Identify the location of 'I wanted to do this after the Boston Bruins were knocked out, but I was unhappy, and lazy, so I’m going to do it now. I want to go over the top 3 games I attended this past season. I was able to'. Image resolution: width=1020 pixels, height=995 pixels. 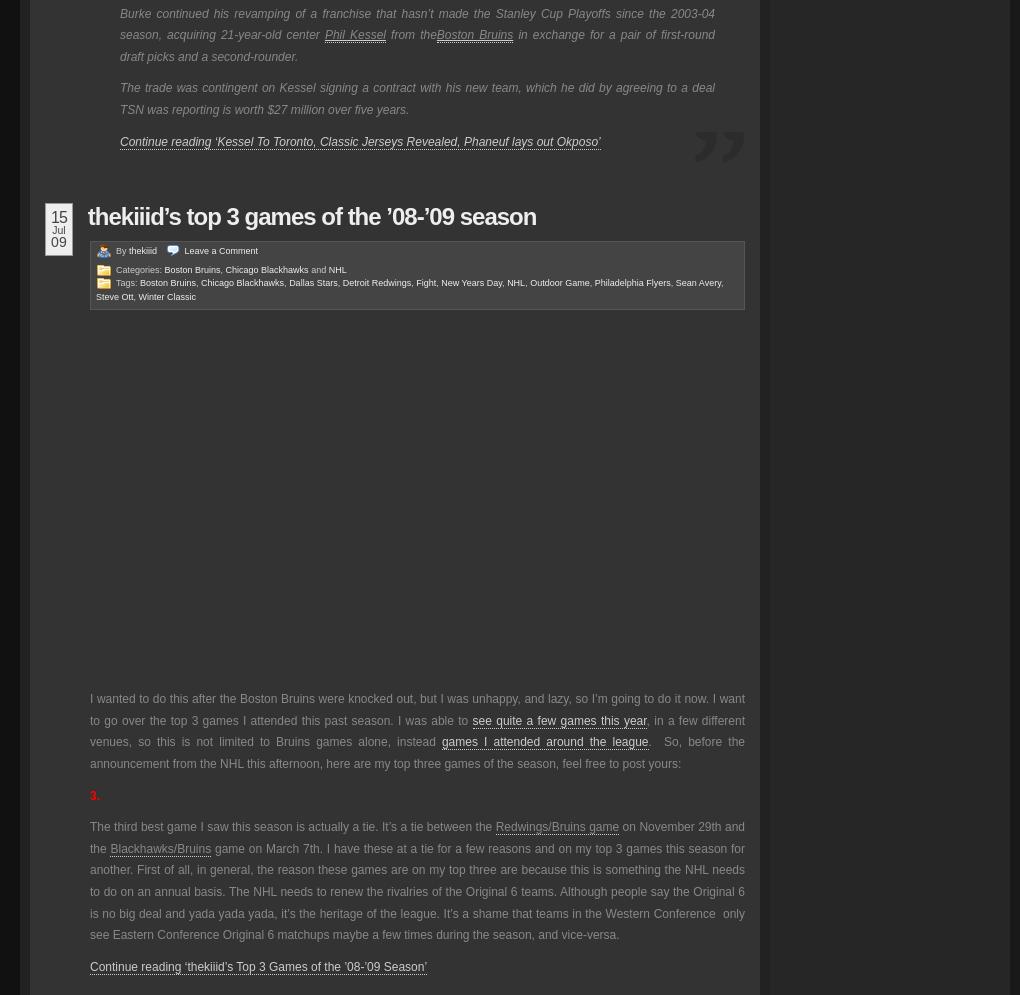
(88, 709).